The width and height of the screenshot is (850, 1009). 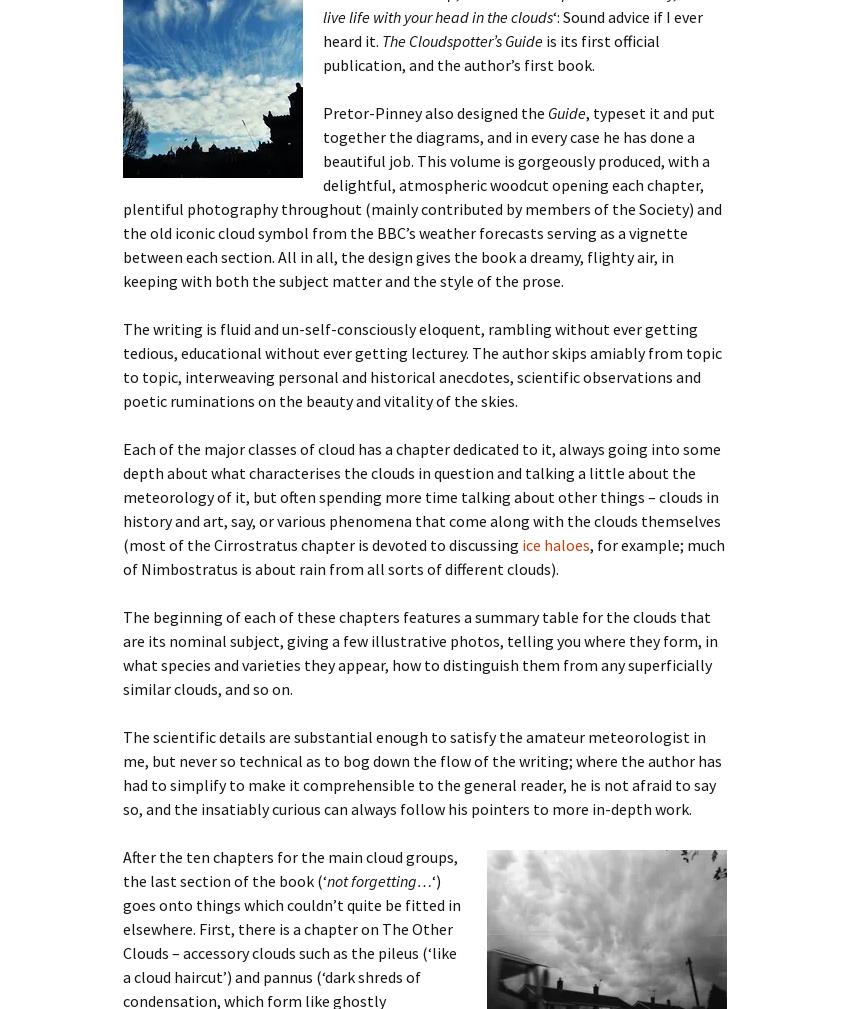 I want to click on 'The writing is fluid and un-self-consciously eloquent, rambling without ever getting tedious, educational without ever getting lecturey. The author skips amiably from topic to topic, interweaving personal and historical anecdotes, scientific observations and poetic ruminations on the beauty and vitality of the skies.', so click(x=121, y=363).